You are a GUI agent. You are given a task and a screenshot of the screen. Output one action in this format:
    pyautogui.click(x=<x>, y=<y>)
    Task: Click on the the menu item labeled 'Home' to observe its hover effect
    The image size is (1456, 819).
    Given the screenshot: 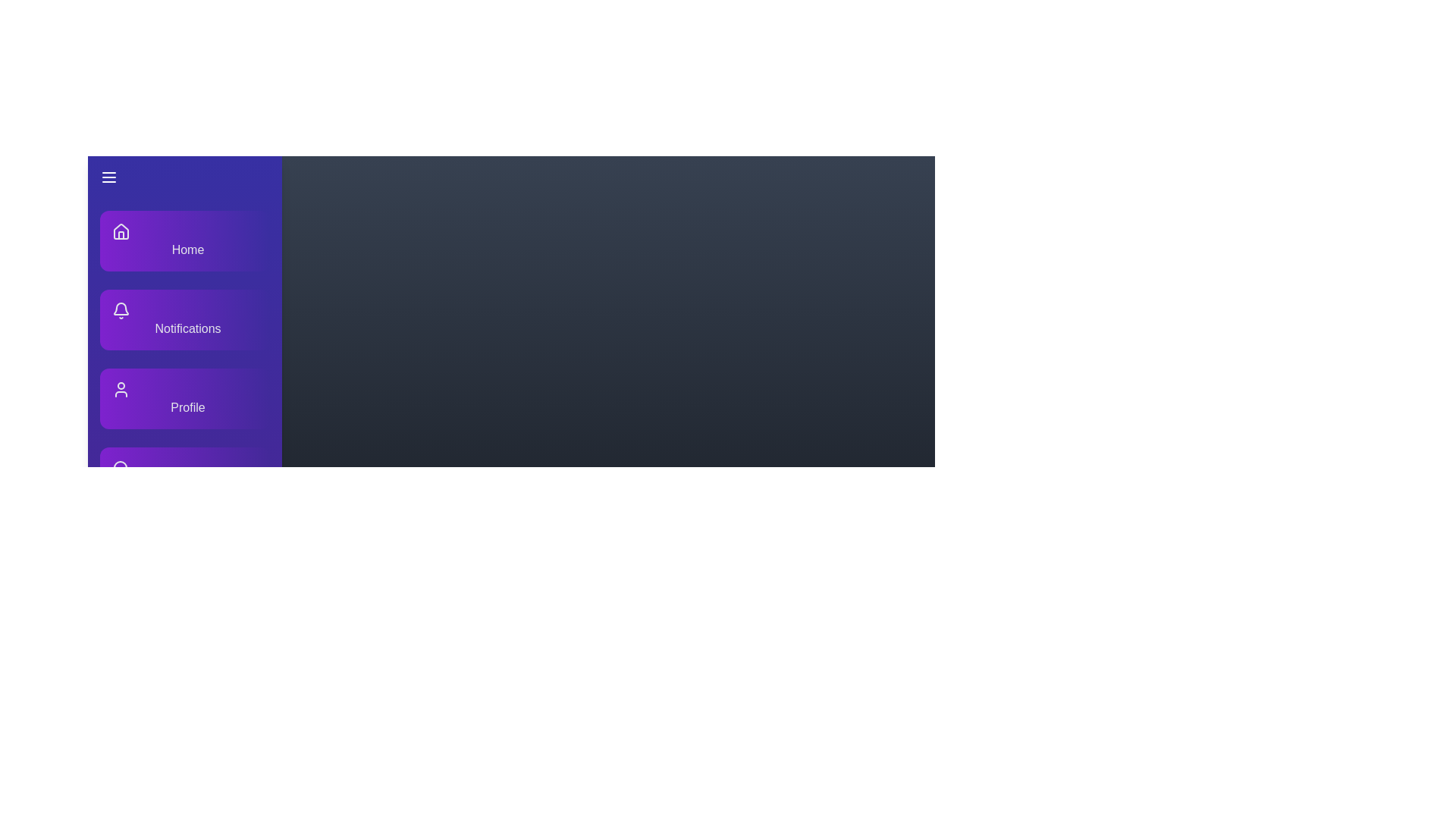 What is the action you would take?
    pyautogui.click(x=184, y=240)
    